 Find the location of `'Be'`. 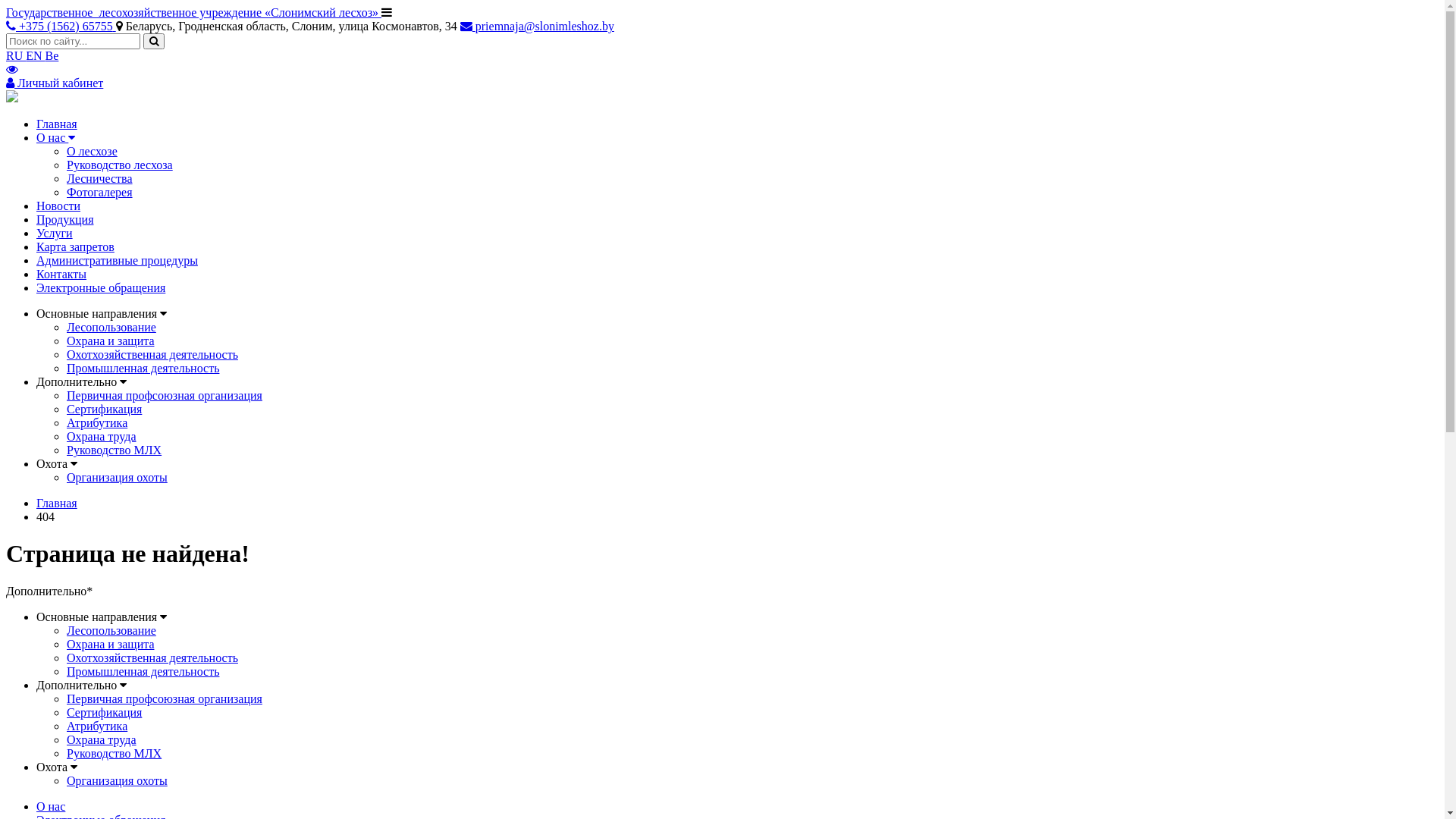

'Be' is located at coordinates (52, 55).